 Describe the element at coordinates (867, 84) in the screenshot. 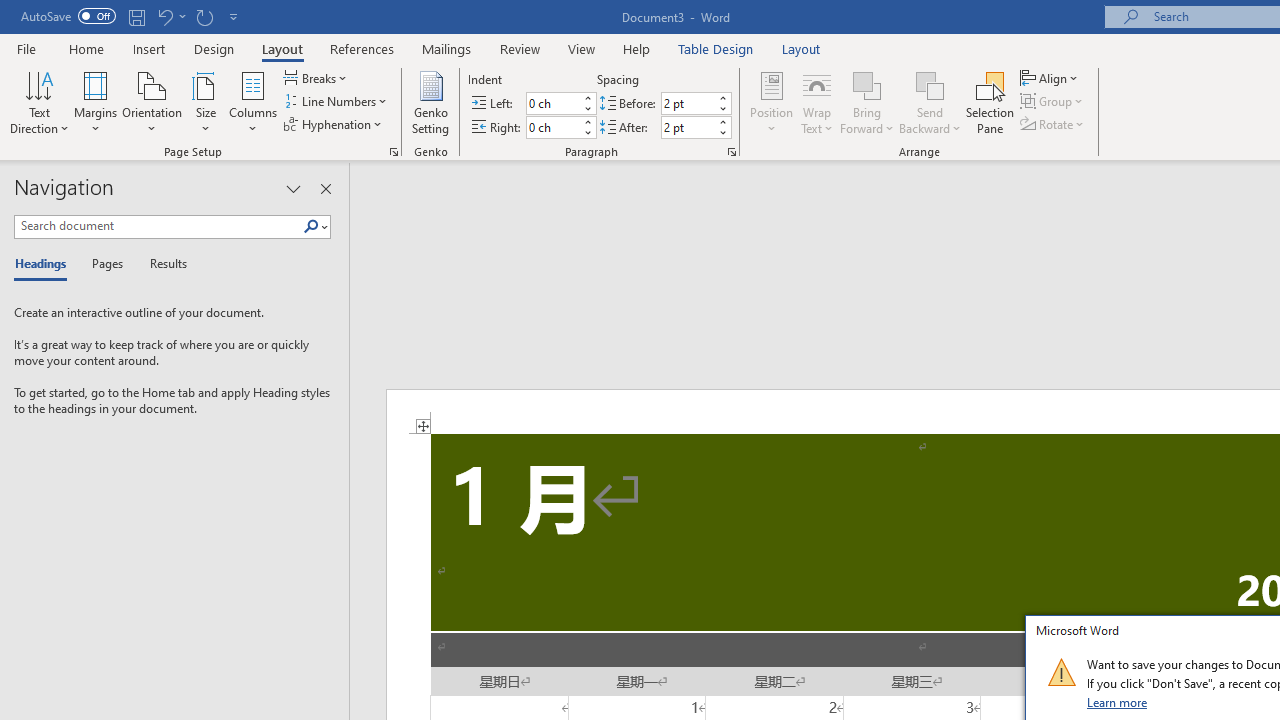

I see `'Bring Forward'` at that location.